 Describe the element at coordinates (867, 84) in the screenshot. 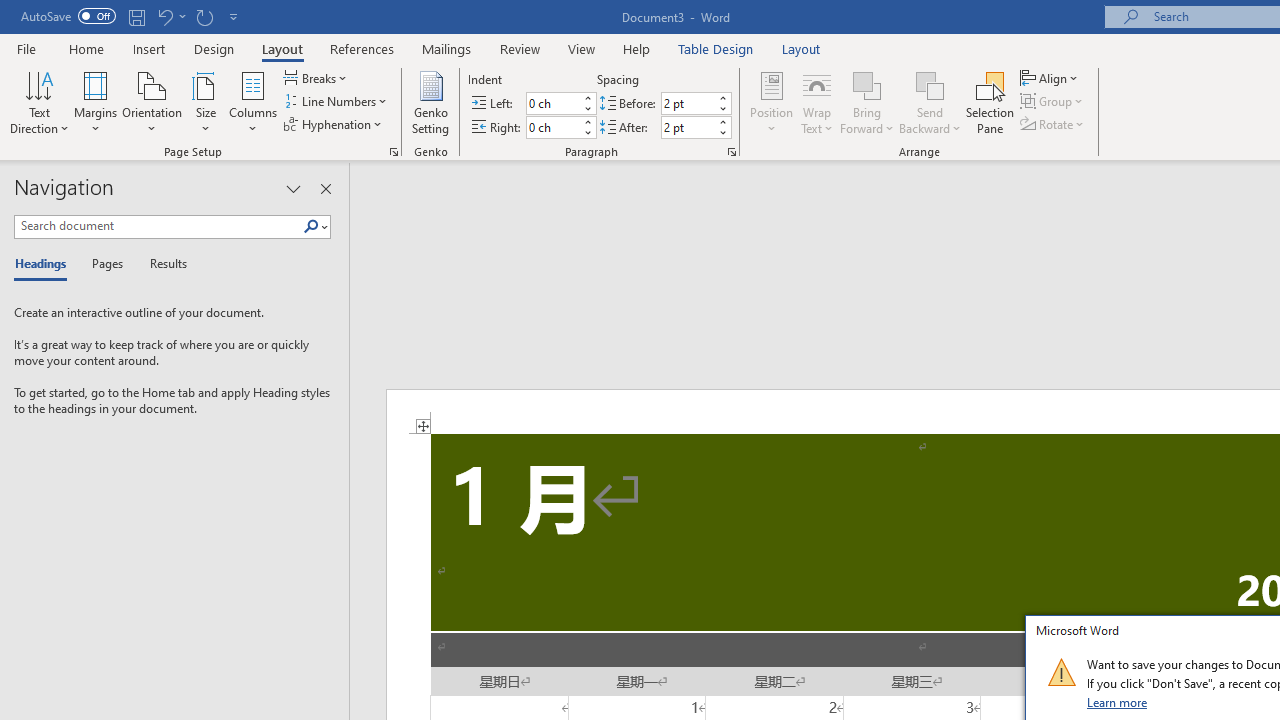

I see `'Bring Forward'` at that location.